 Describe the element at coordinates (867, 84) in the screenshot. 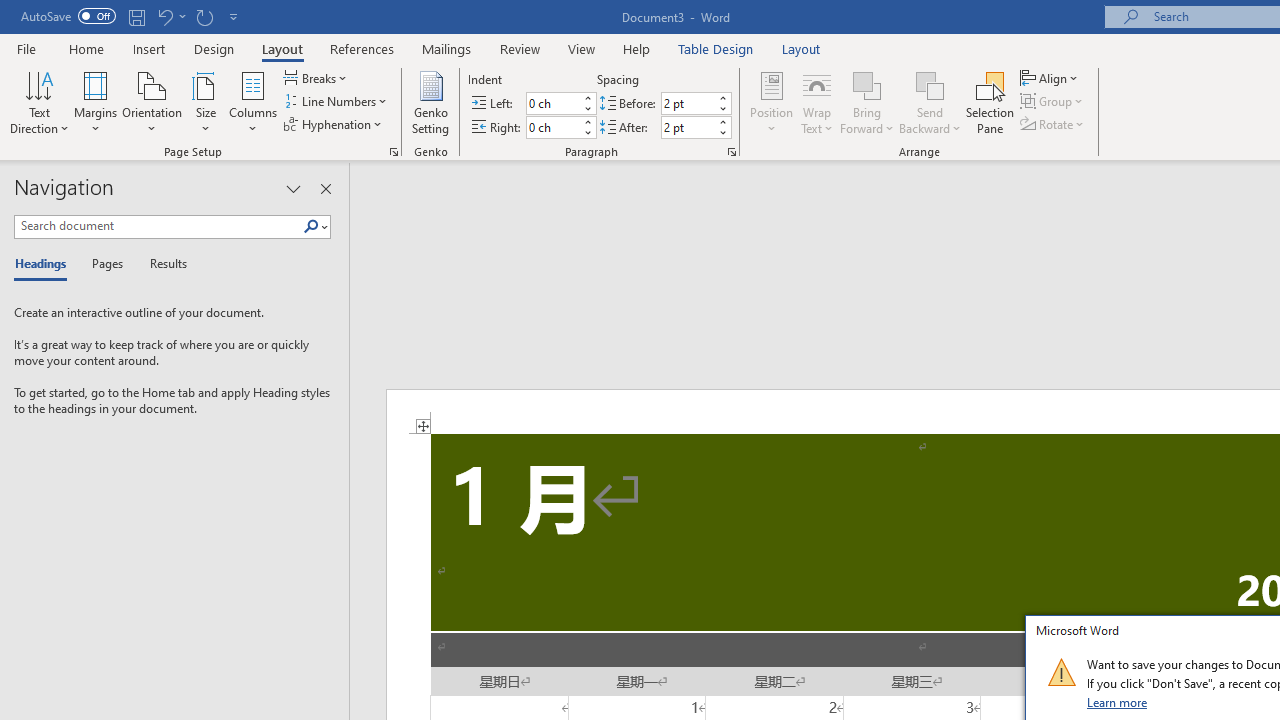

I see `'Bring Forward'` at that location.